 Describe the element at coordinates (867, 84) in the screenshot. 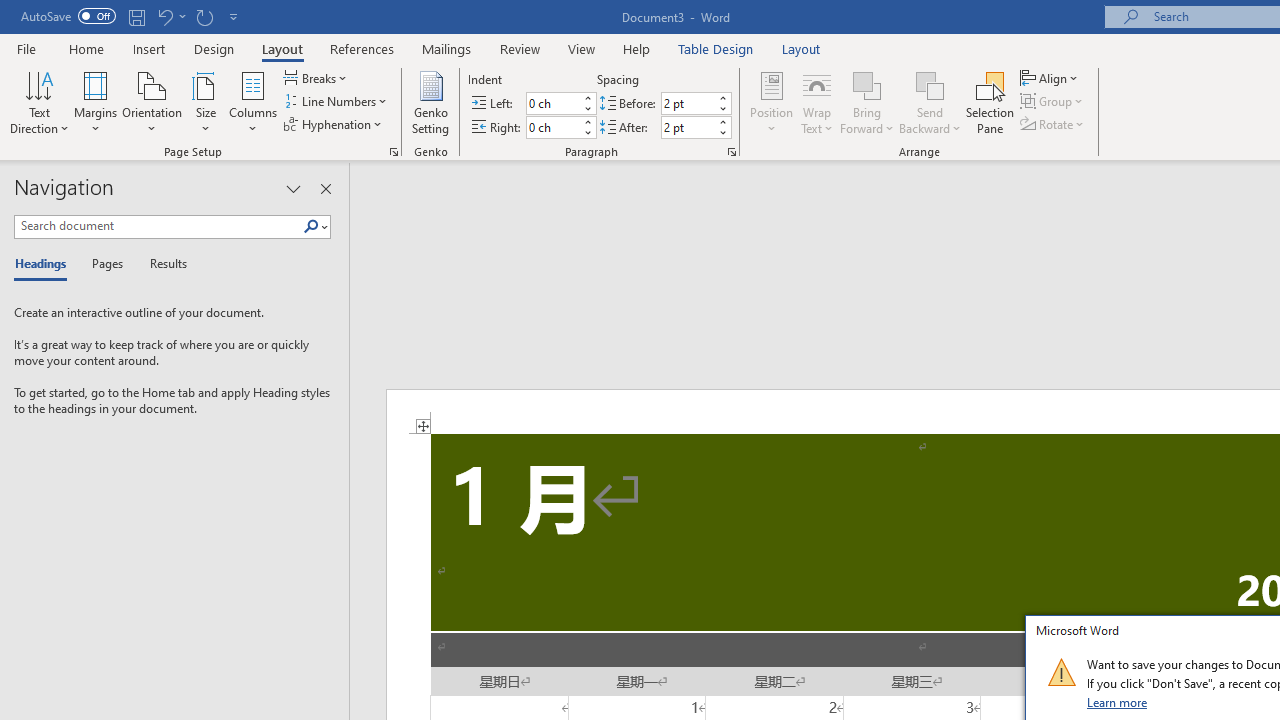

I see `'Bring Forward'` at that location.